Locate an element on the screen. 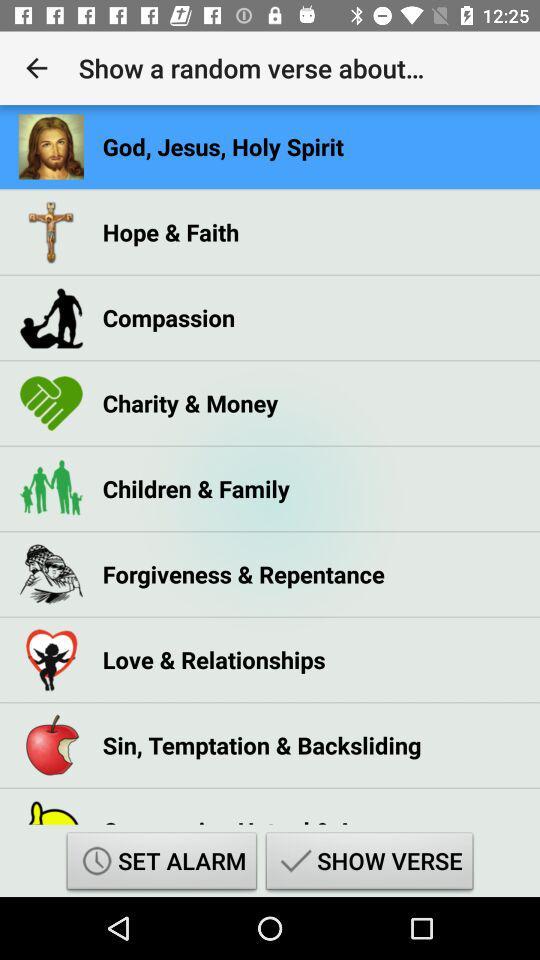  the overcoming hatred & anger is located at coordinates (251, 815).